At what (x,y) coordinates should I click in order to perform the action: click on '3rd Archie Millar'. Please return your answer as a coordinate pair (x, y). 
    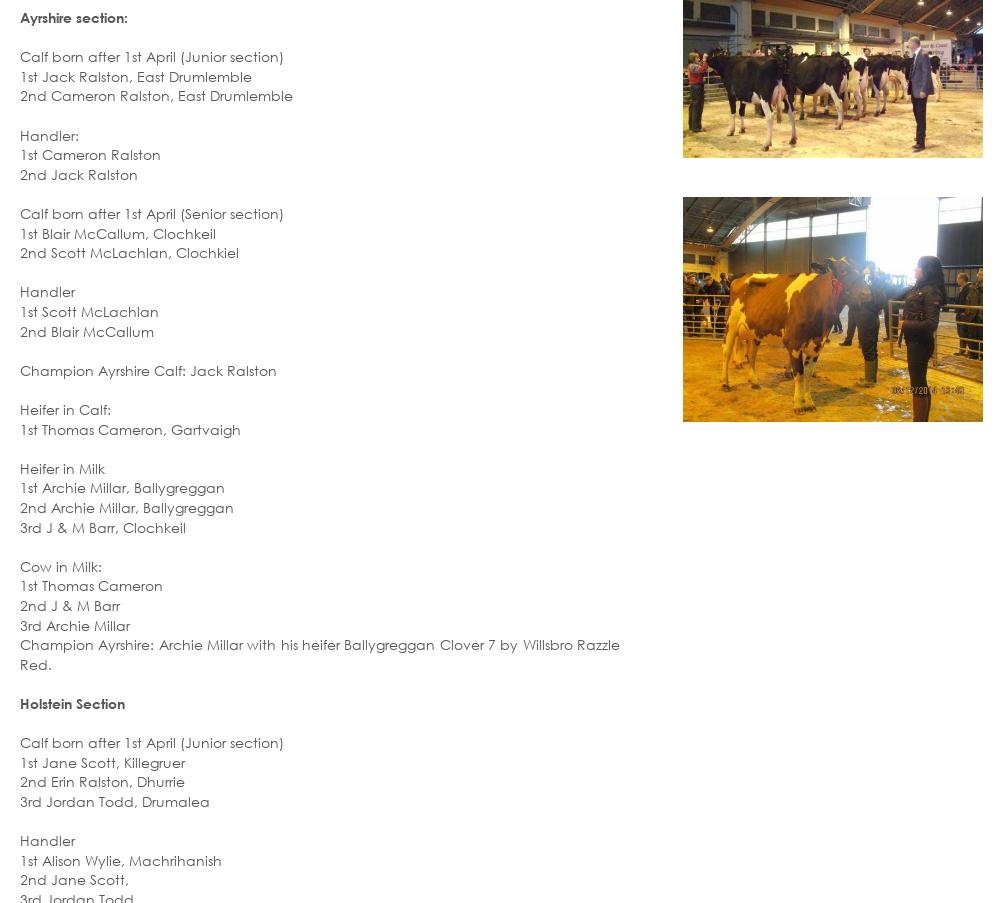
    Looking at the image, I should click on (74, 624).